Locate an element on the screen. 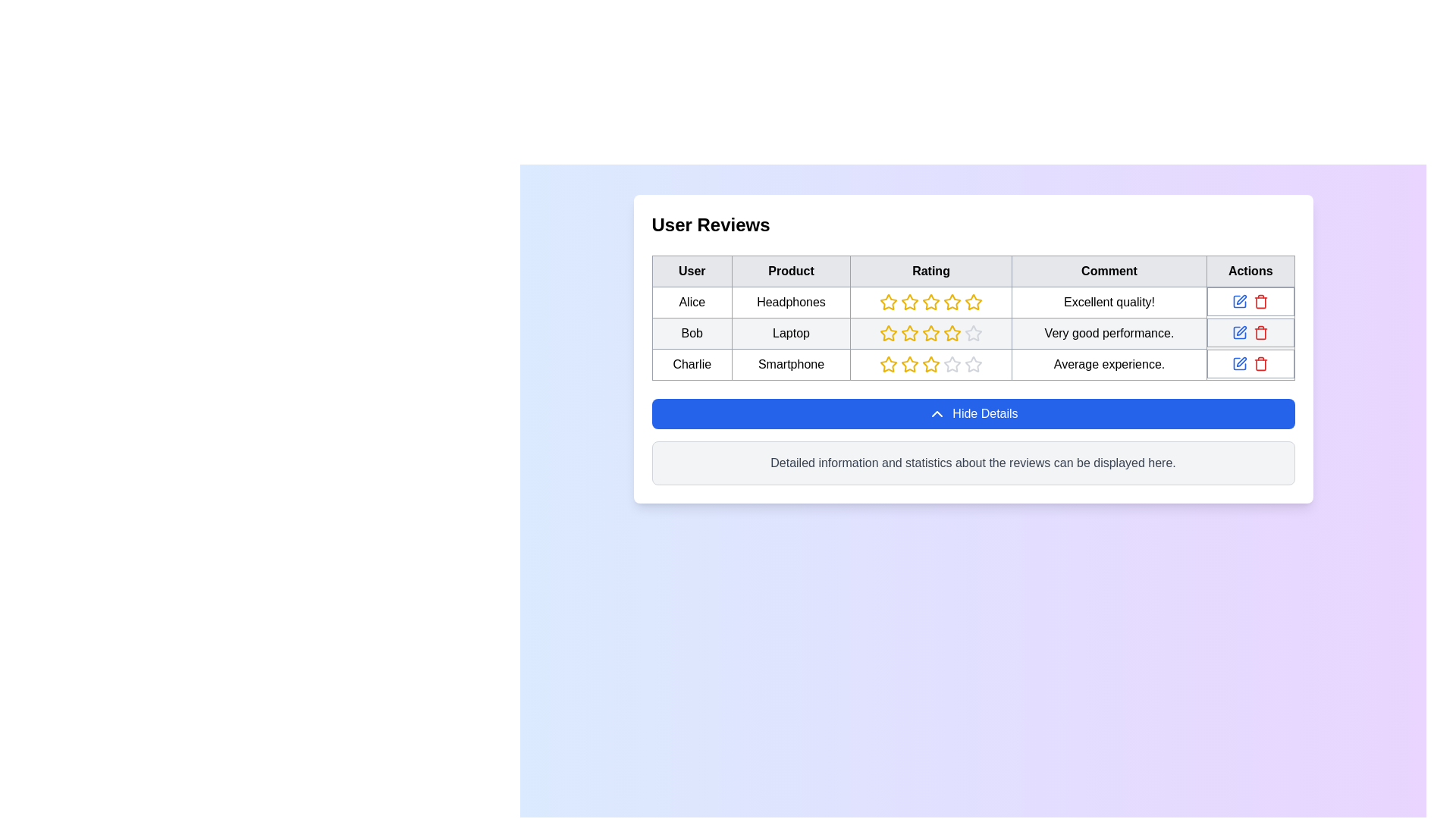  the edit icon in the 'Actions' column of the last row in the table is located at coordinates (1241, 362).